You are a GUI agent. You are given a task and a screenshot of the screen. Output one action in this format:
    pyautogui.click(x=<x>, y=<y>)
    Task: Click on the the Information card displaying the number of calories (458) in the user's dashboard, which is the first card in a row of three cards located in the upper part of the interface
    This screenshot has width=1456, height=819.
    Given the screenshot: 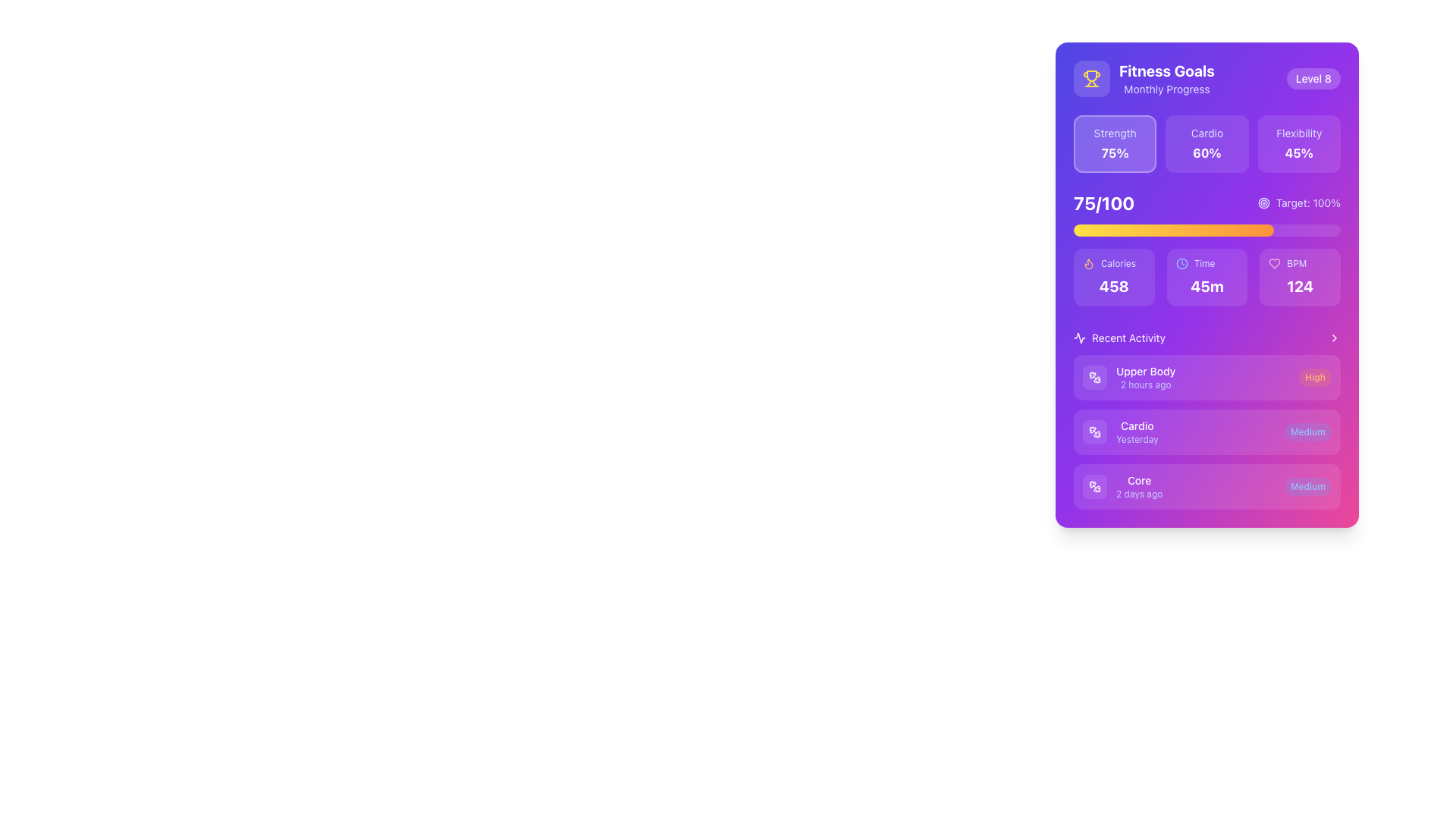 What is the action you would take?
    pyautogui.click(x=1114, y=278)
    